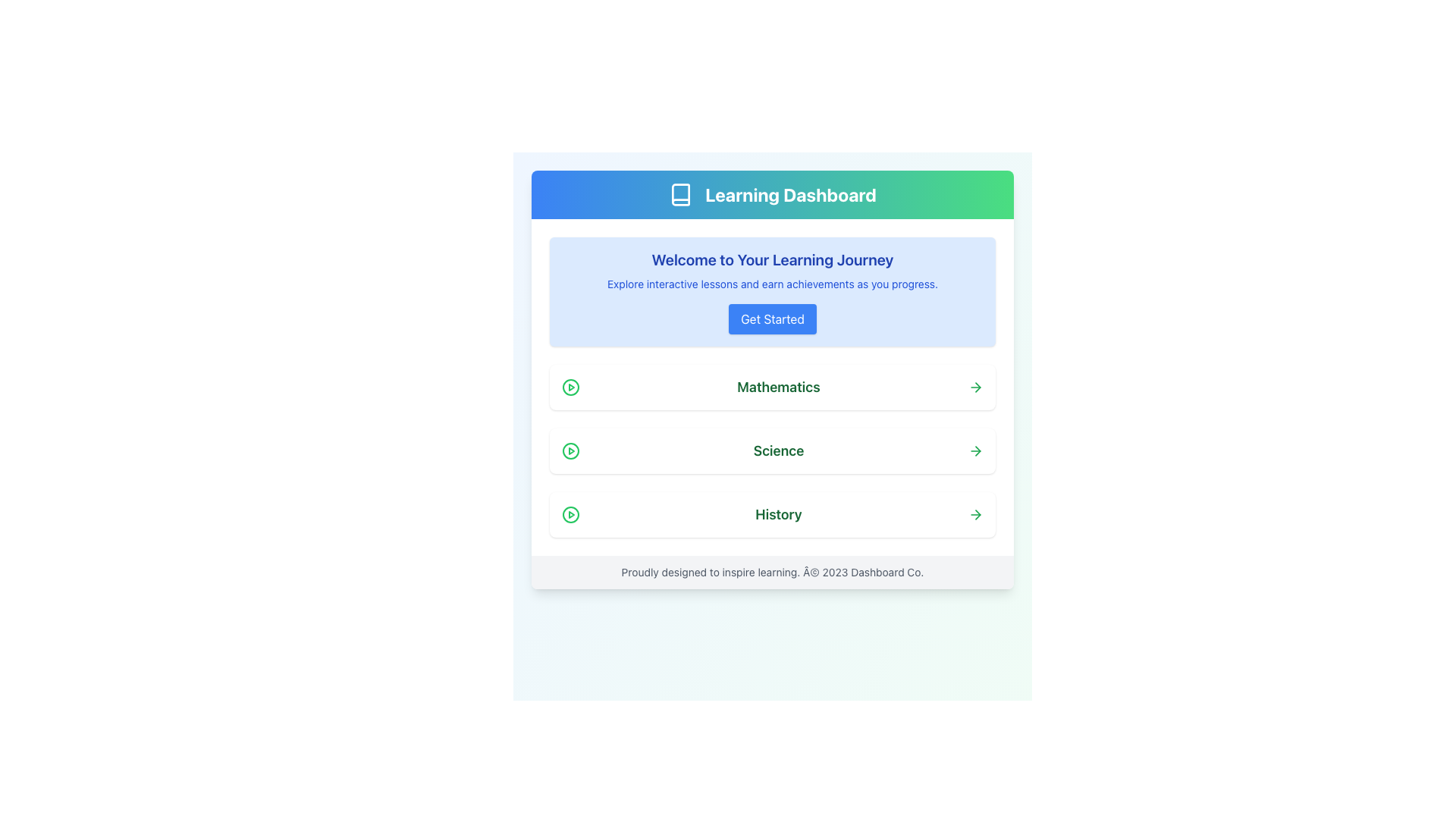 This screenshot has height=819, width=1456. What do you see at coordinates (772, 513) in the screenshot?
I see `the 'History' button, which is a rectangular button with a white background and green text, located in the 'Welcome to Your Learning Journey' section` at bounding box center [772, 513].